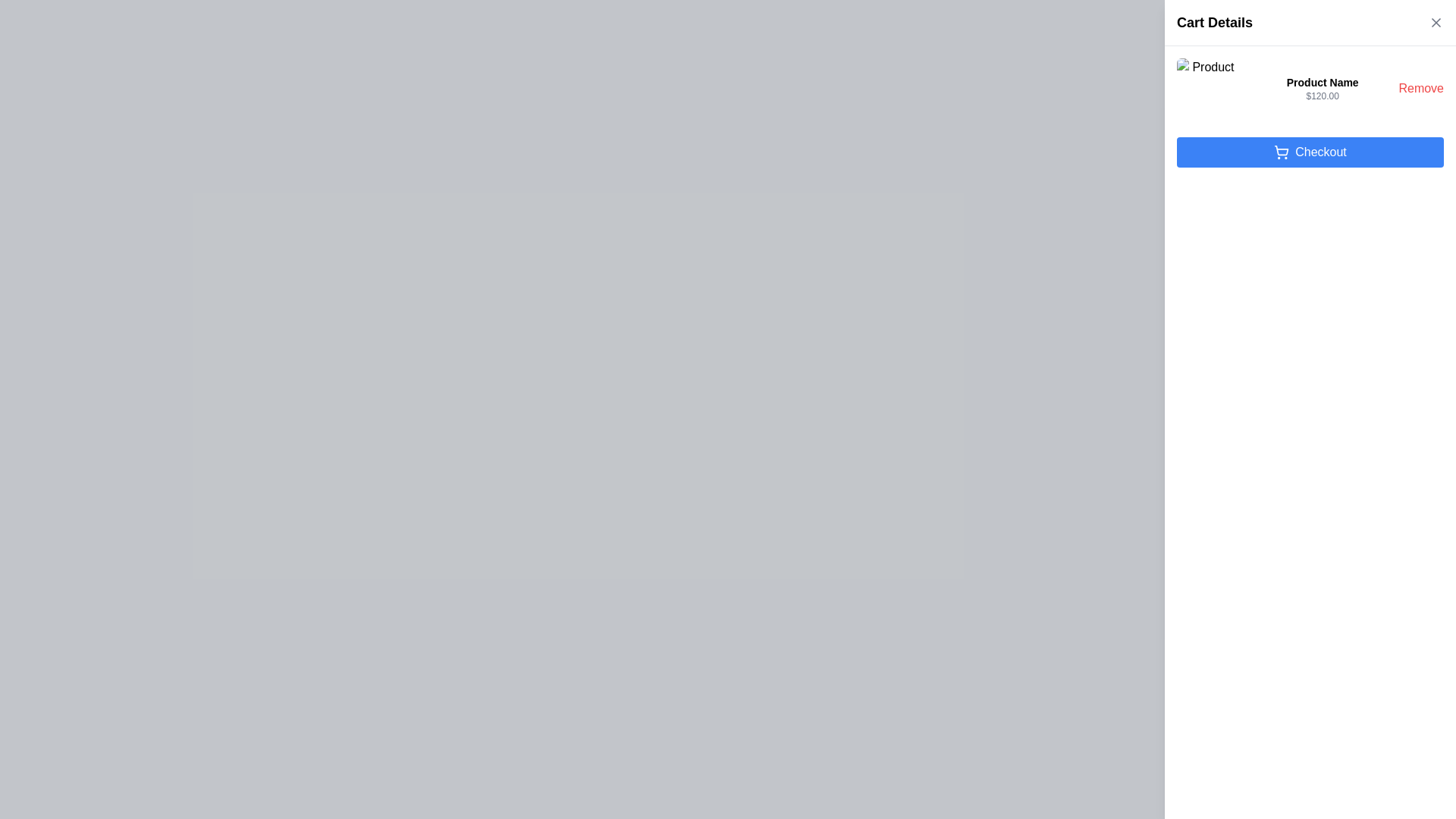 This screenshot has height=819, width=1456. Describe the element at coordinates (1436, 23) in the screenshot. I see `the close button located at the top-right corner of the interface, next to the 'Cart Details' title` at that location.